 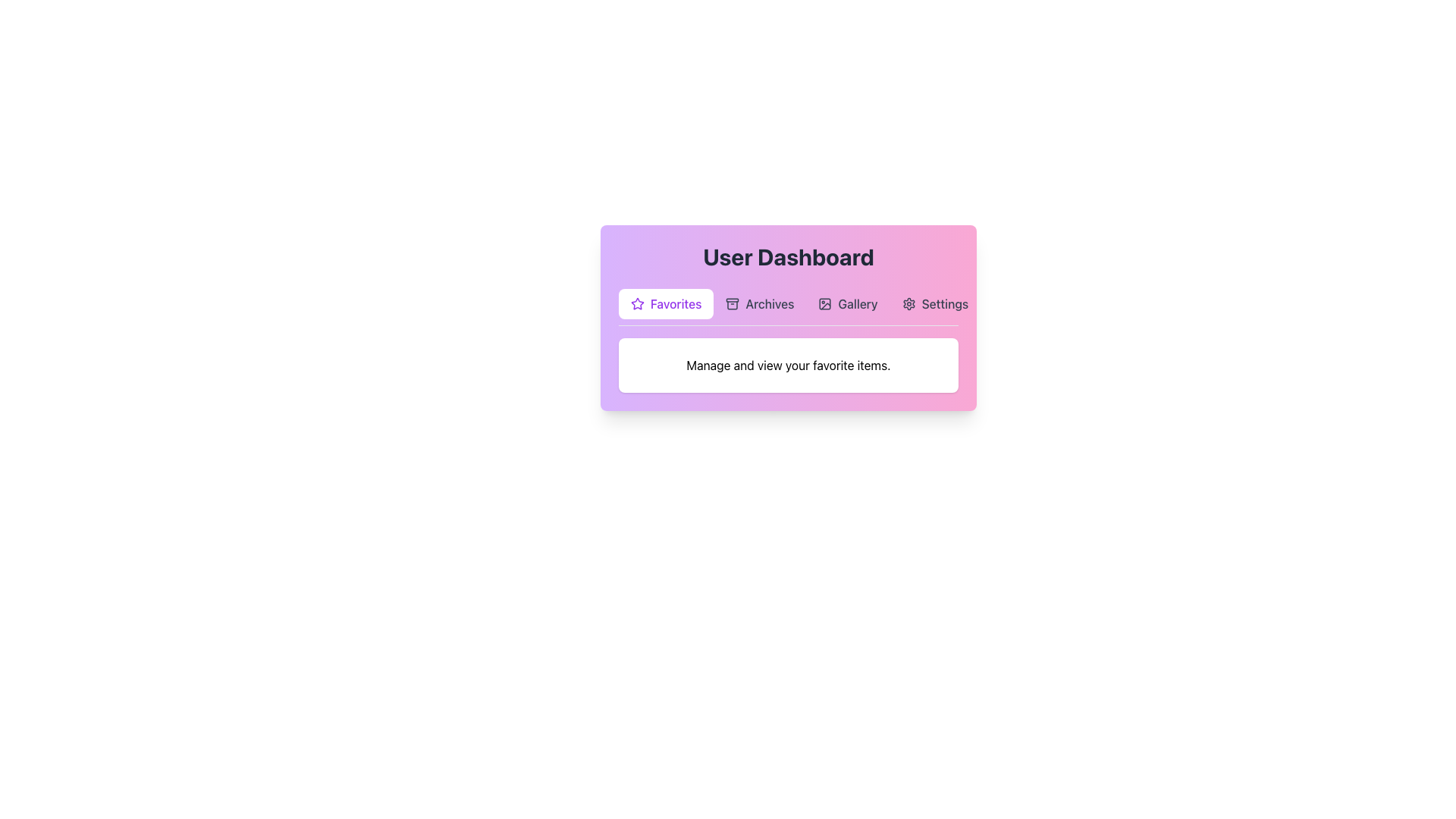 What do you see at coordinates (760, 304) in the screenshot?
I see `the second button in the navigation bar under 'User Dashboard'` at bounding box center [760, 304].